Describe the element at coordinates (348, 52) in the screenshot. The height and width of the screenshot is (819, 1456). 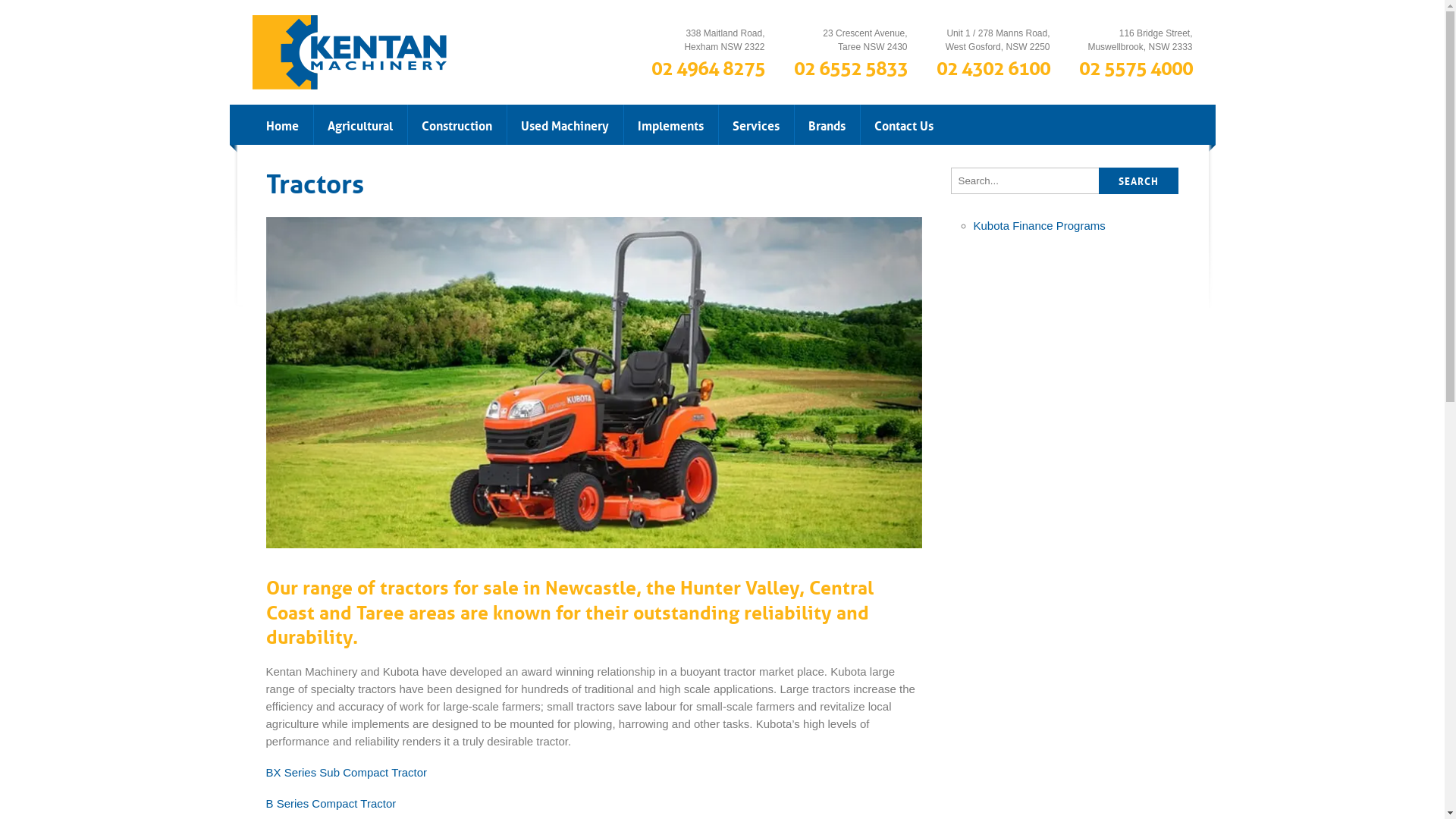
I see `'Kentan Machinery'` at that location.